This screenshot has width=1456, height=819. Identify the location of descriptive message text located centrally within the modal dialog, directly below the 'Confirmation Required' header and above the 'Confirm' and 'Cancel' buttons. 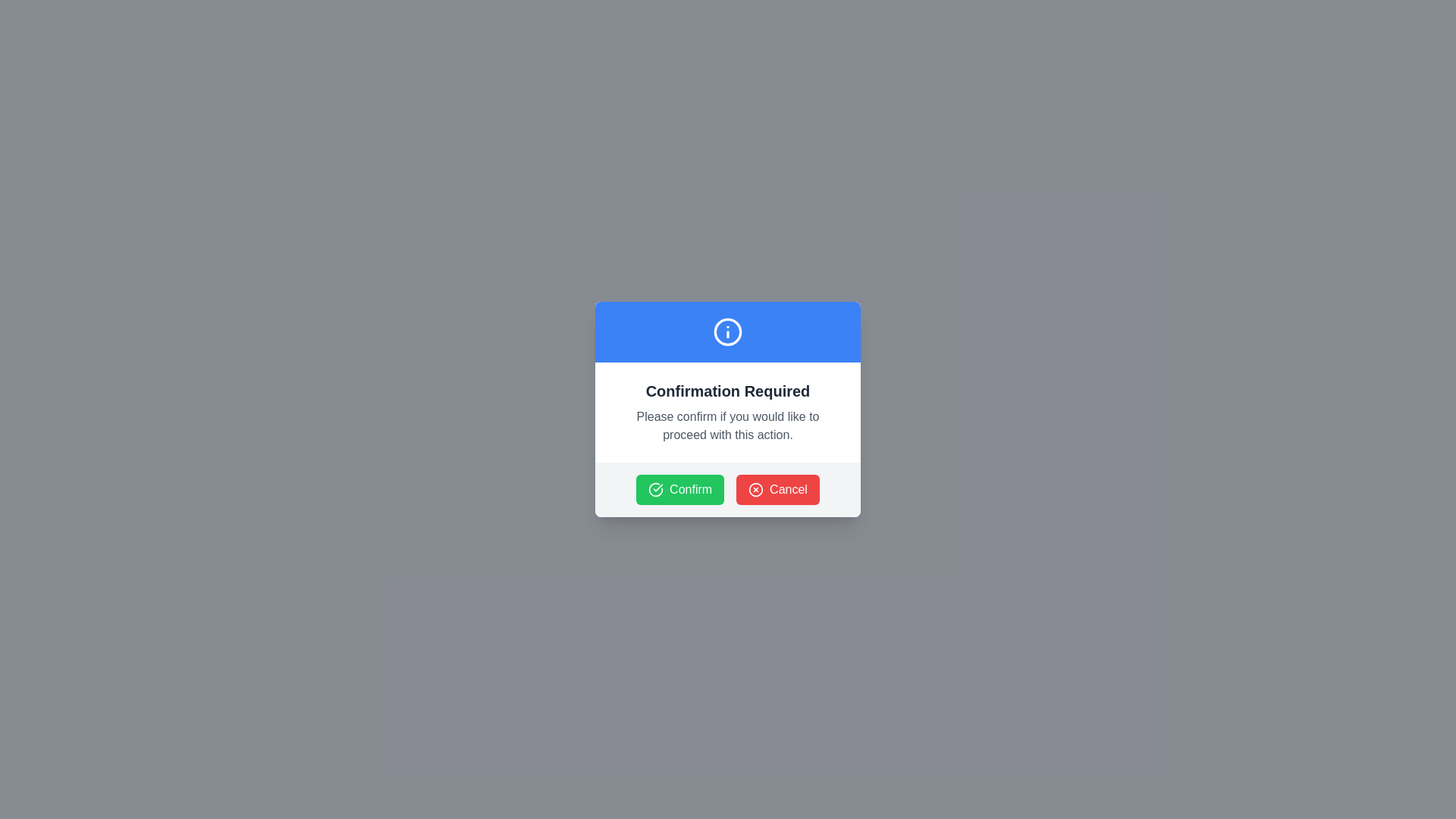
(728, 426).